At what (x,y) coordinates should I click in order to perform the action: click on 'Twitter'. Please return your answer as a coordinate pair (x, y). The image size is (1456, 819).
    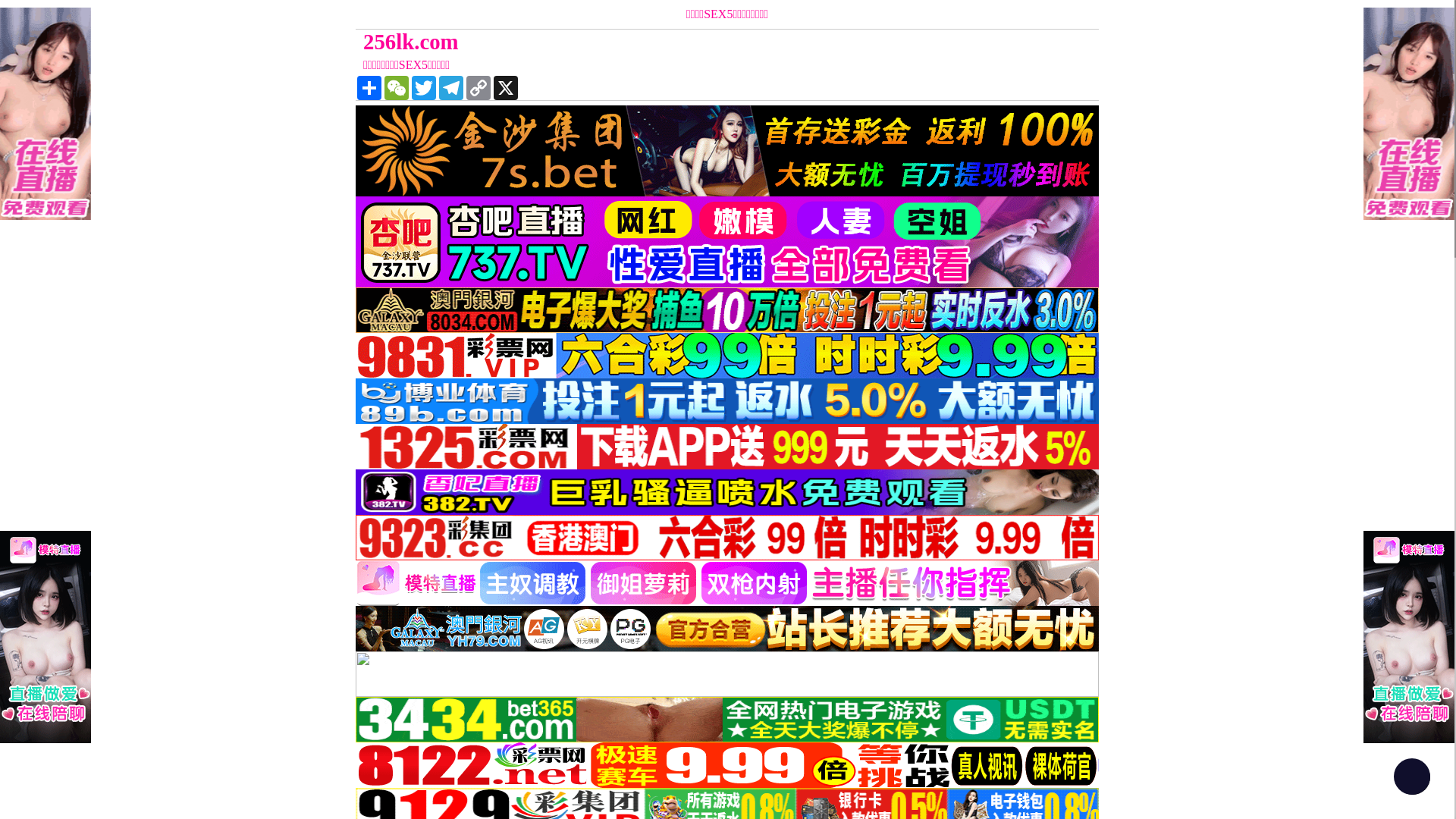
    Looking at the image, I should click on (410, 87).